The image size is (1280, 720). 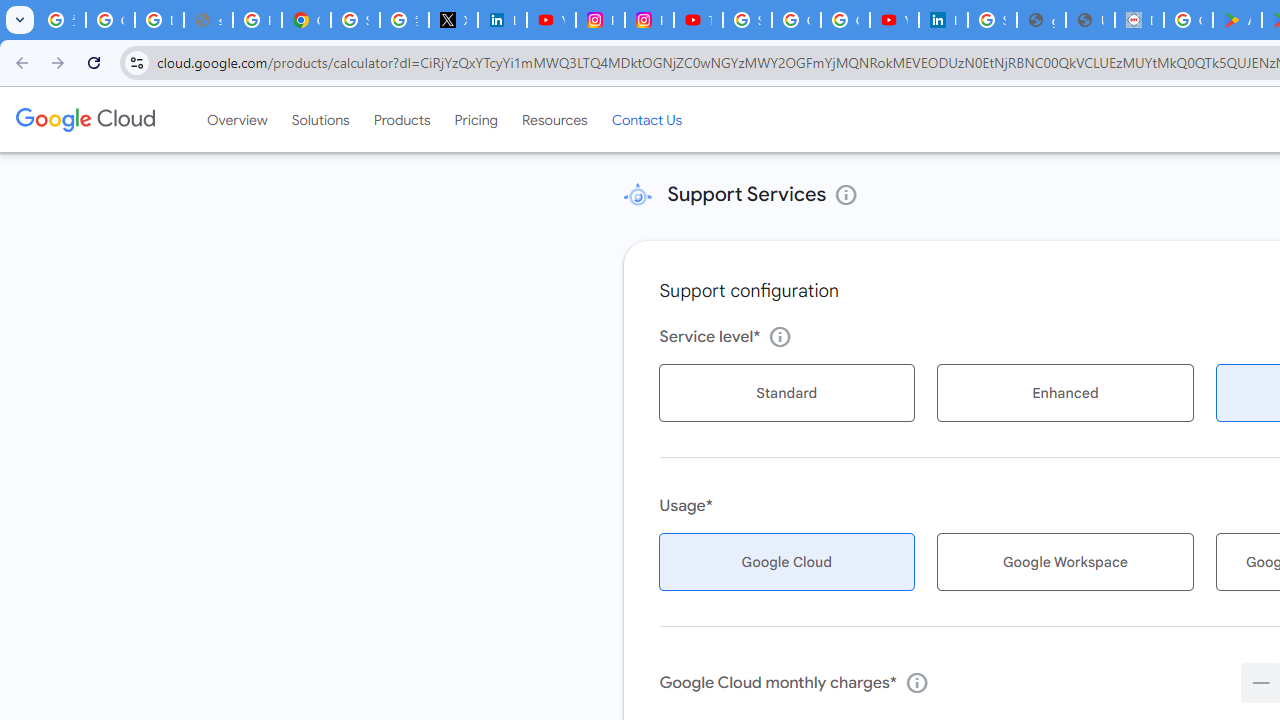 What do you see at coordinates (452, 20) in the screenshot?
I see `'X'` at bounding box center [452, 20].